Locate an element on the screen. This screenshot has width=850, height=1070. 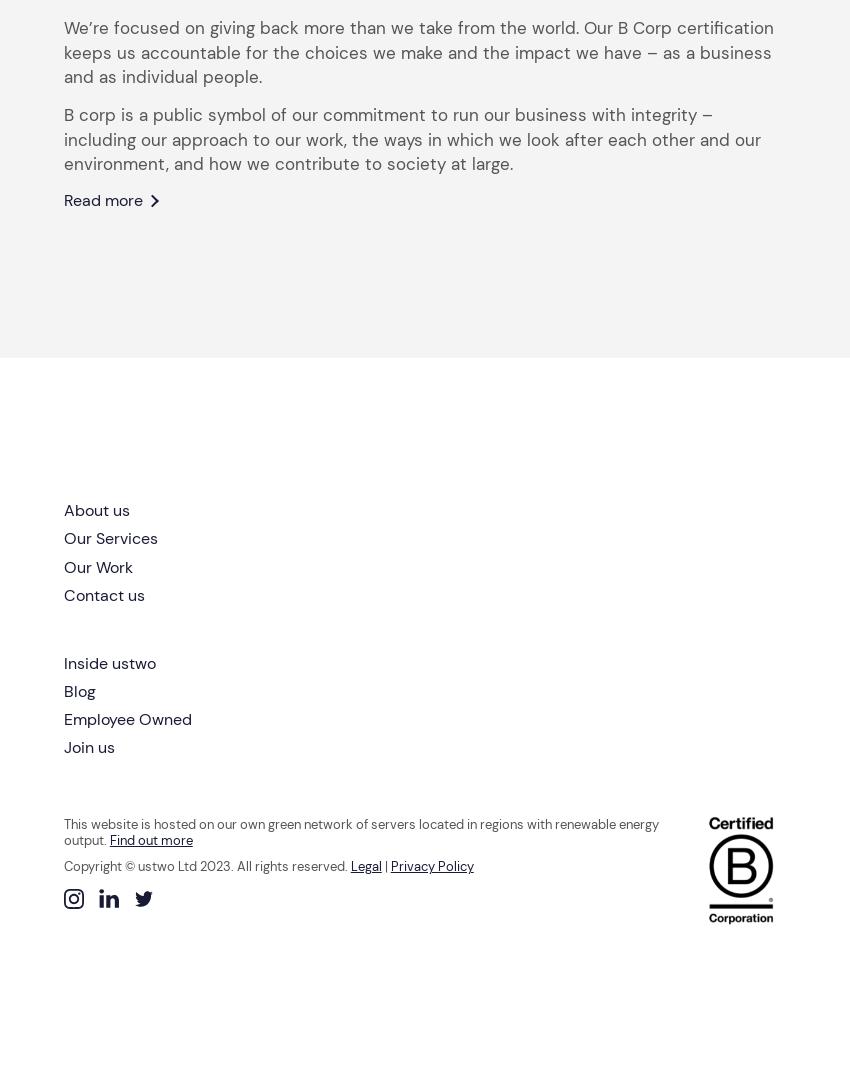
'2023' is located at coordinates (214, 866).